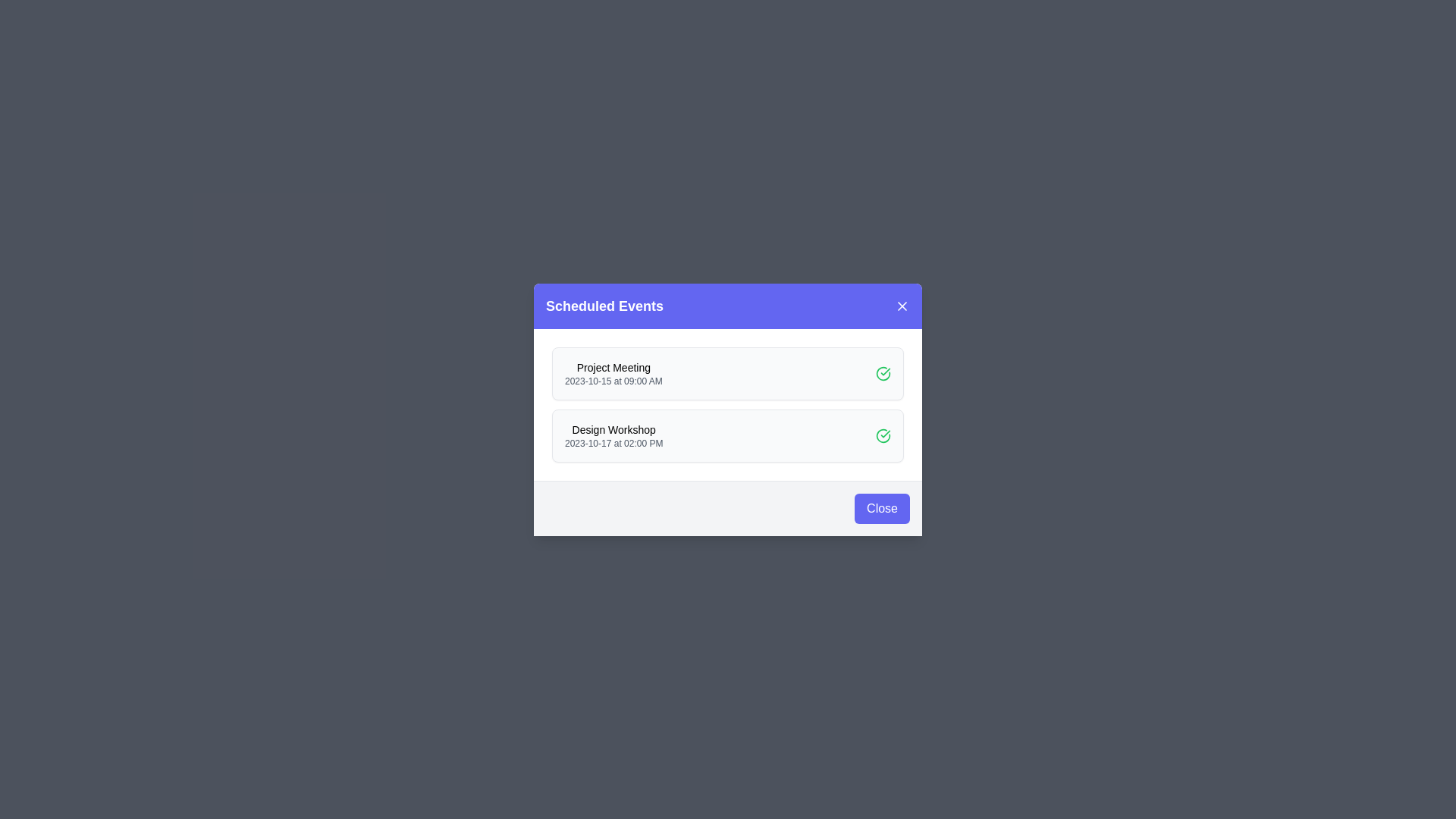 The image size is (1456, 819). Describe the element at coordinates (613, 435) in the screenshot. I see `the Informative text element displaying the event title 'Design Workshop' and scheduled date '2023-10-17 at 02:00 PM' located in the second row of the 'Scheduled Events' dialog box for detailed information` at that location.